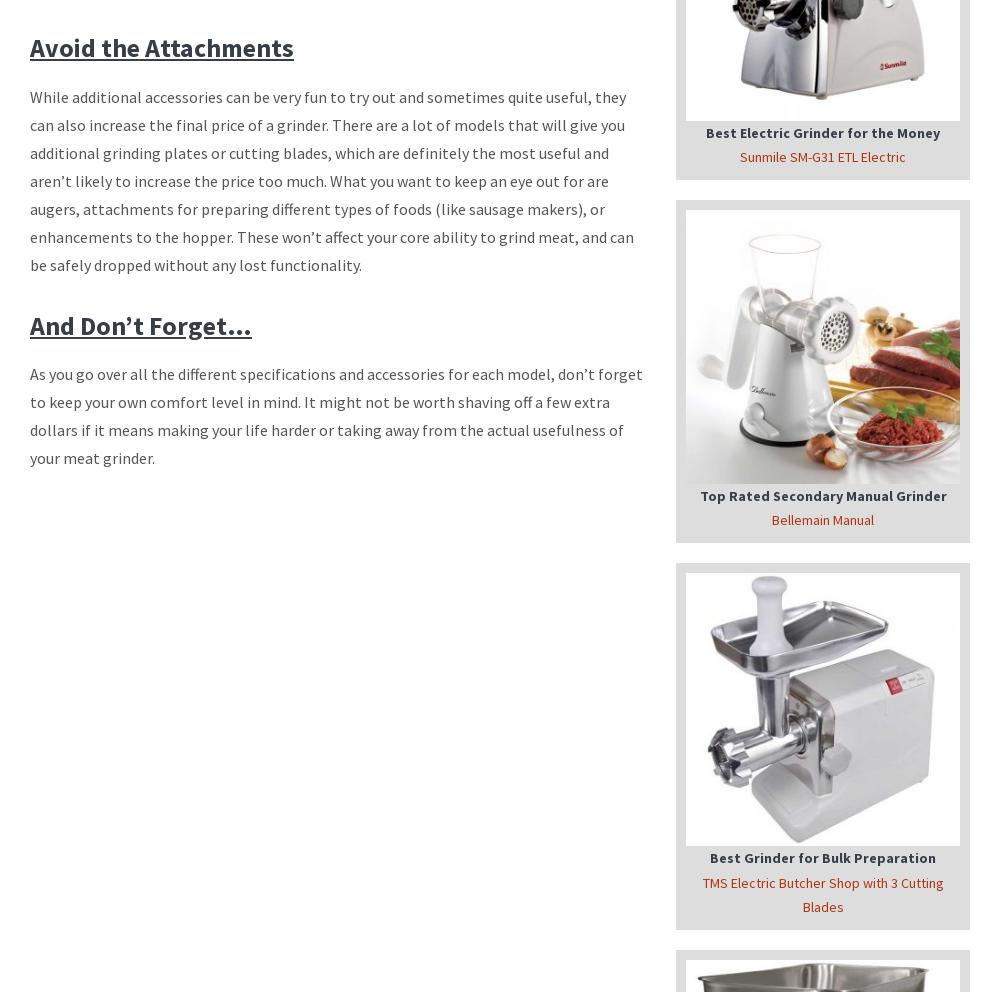  I want to click on 'Top Rated Secondary Manual Grinder', so click(821, 495).